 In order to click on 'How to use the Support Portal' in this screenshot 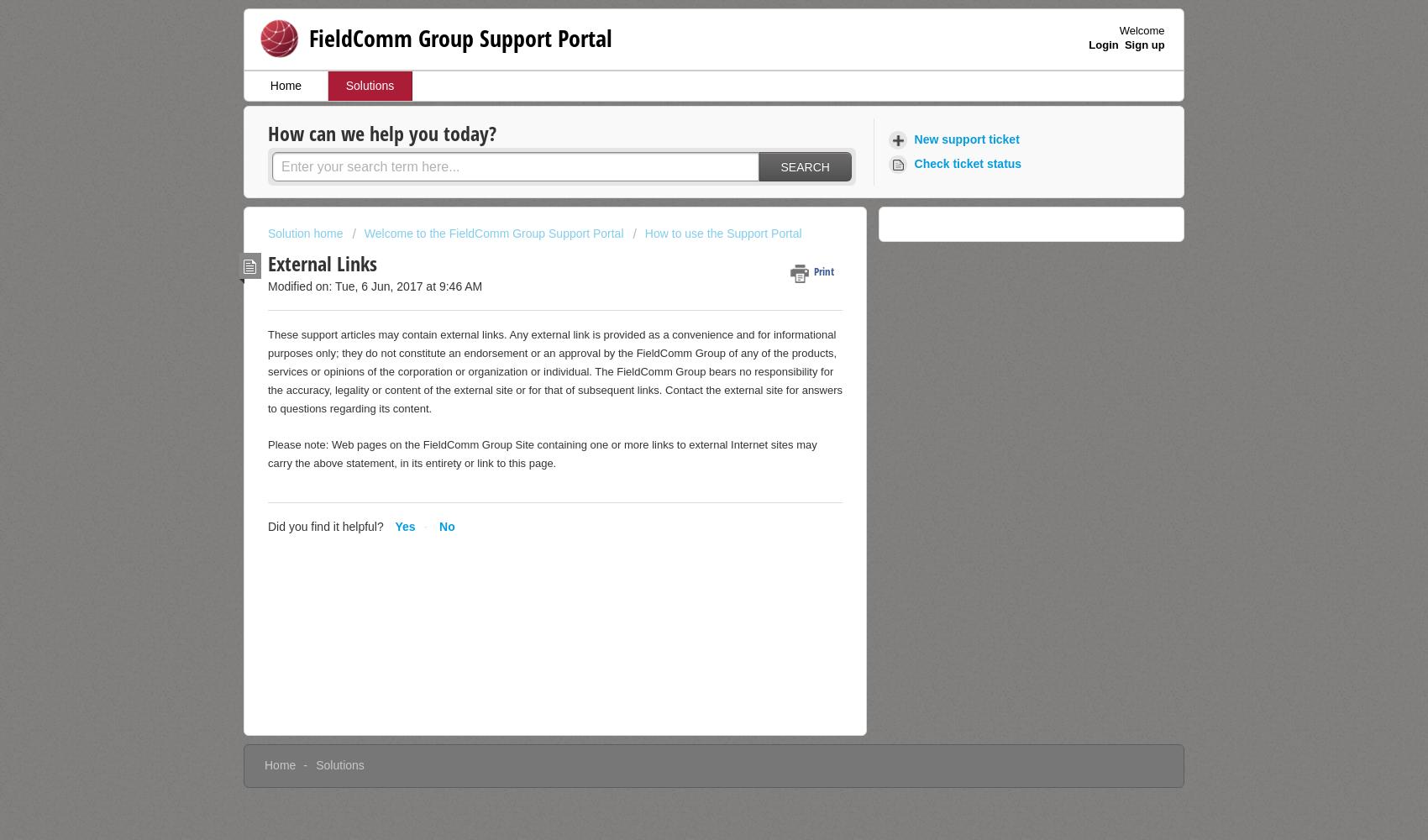, I will do `click(722, 234)`.